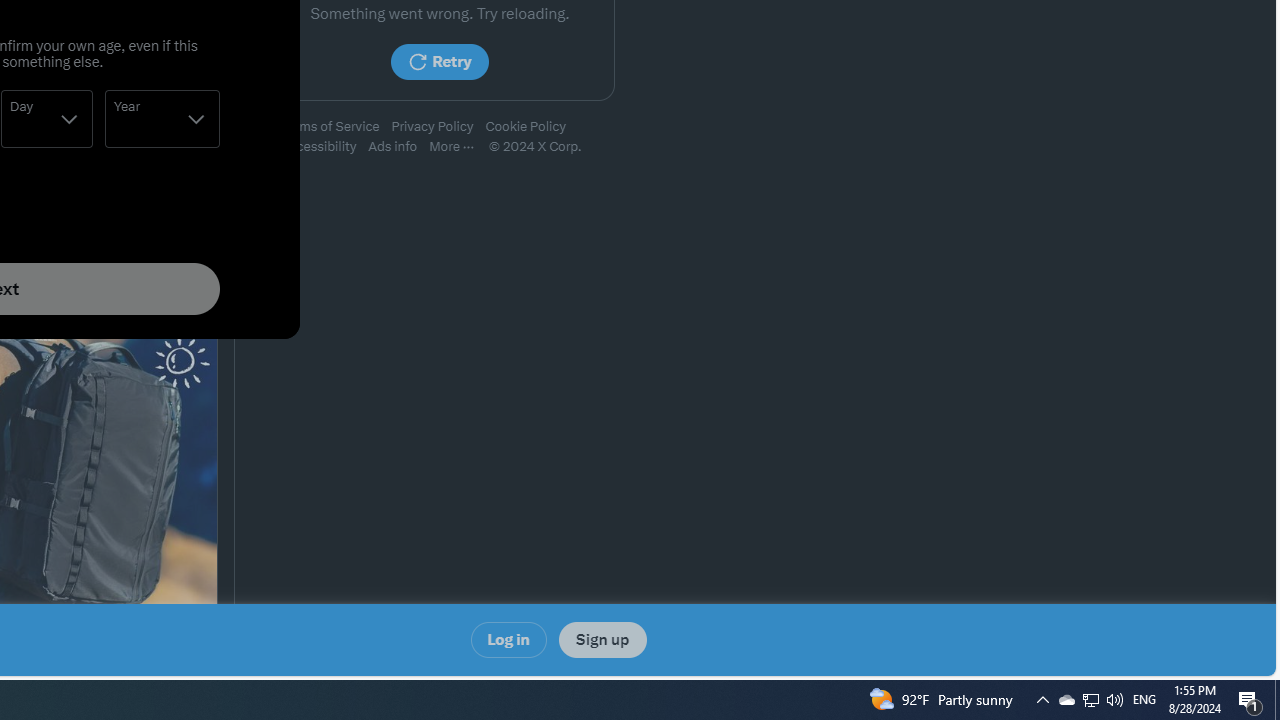  What do you see at coordinates (508, 640) in the screenshot?
I see `'Log in'` at bounding box center [508, 640].